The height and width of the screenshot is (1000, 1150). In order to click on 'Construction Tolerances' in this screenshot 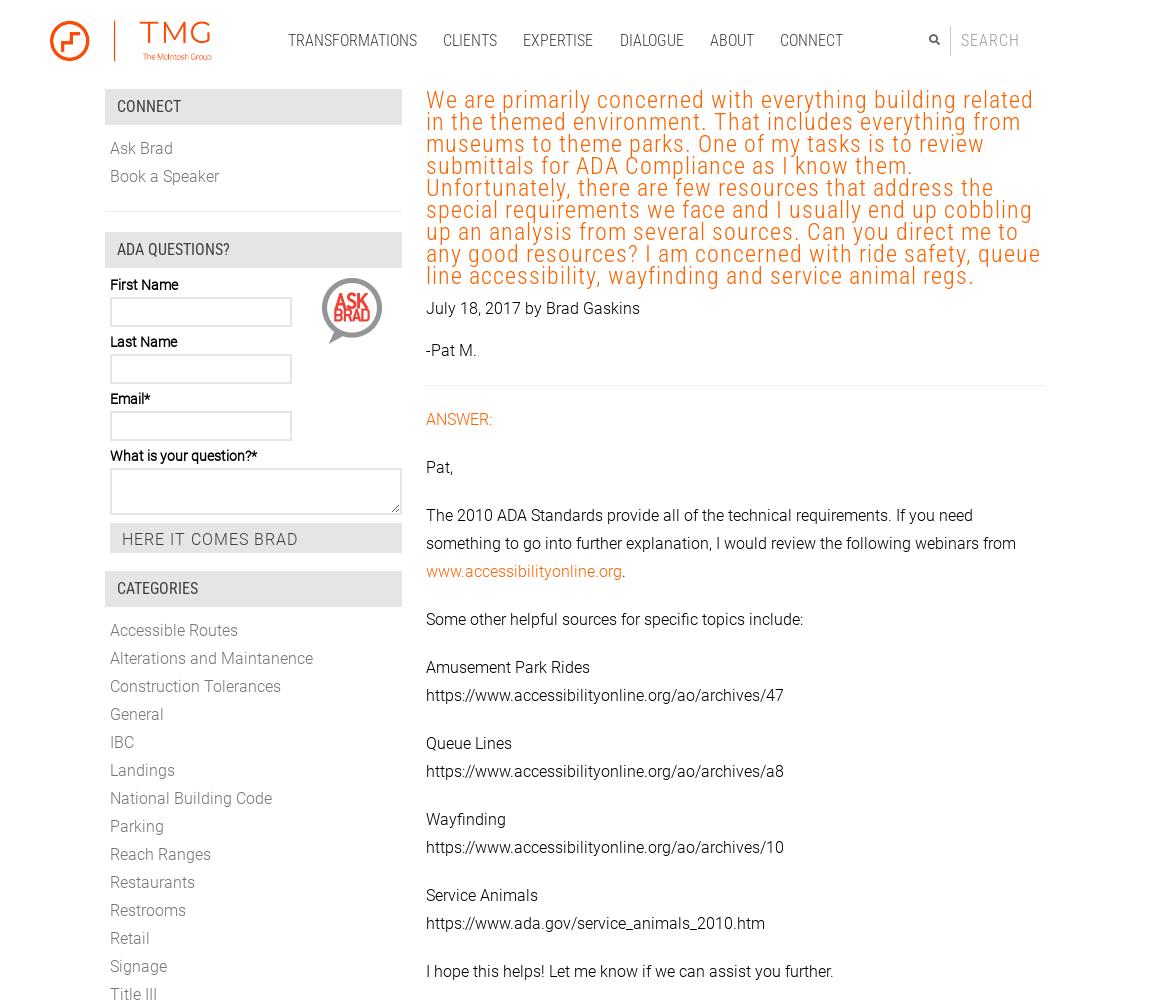, I will do `click(194, 685)`.